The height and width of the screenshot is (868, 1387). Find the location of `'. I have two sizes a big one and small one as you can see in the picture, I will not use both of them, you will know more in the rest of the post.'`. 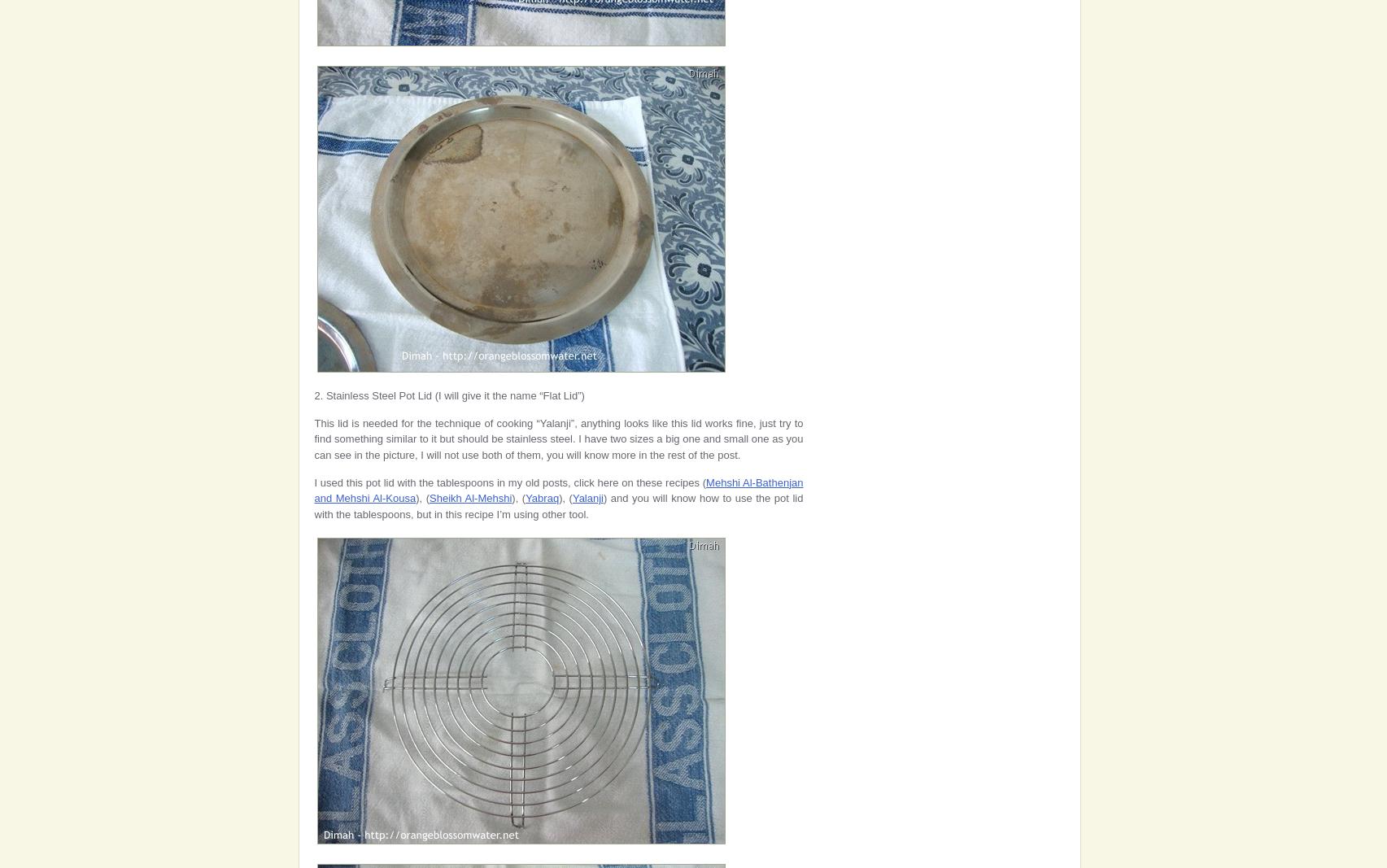

'. I have two sizes a big one and small one as you can see in the picture, I will not use both of them, you will know more in the rest of the post.' is located at coordinates (558, 446).